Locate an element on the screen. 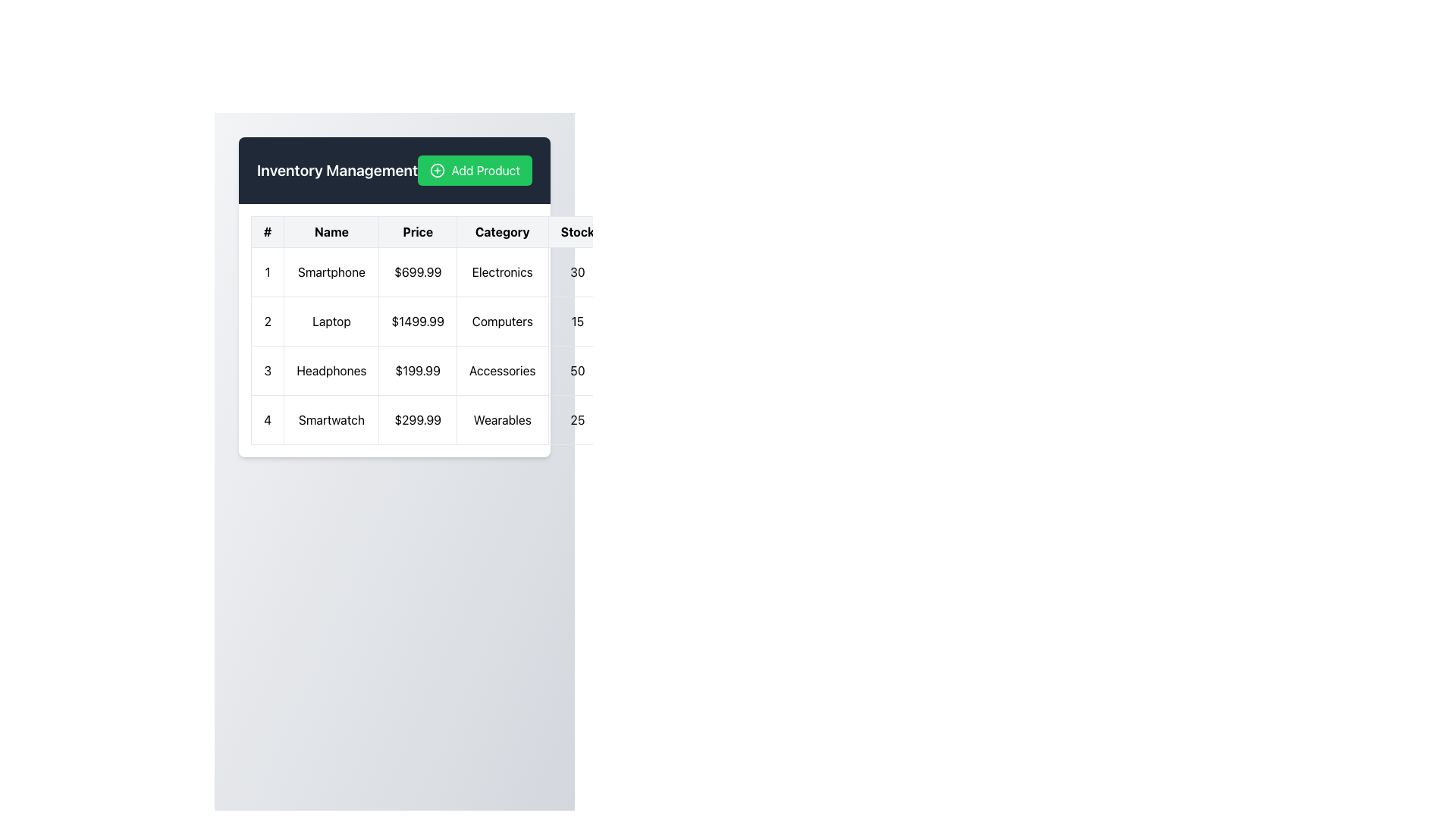  the circular icon with a plus sign in the middle, which is enclosed within the green button labeled 'Add Product' is located at coordinates (437, 170).